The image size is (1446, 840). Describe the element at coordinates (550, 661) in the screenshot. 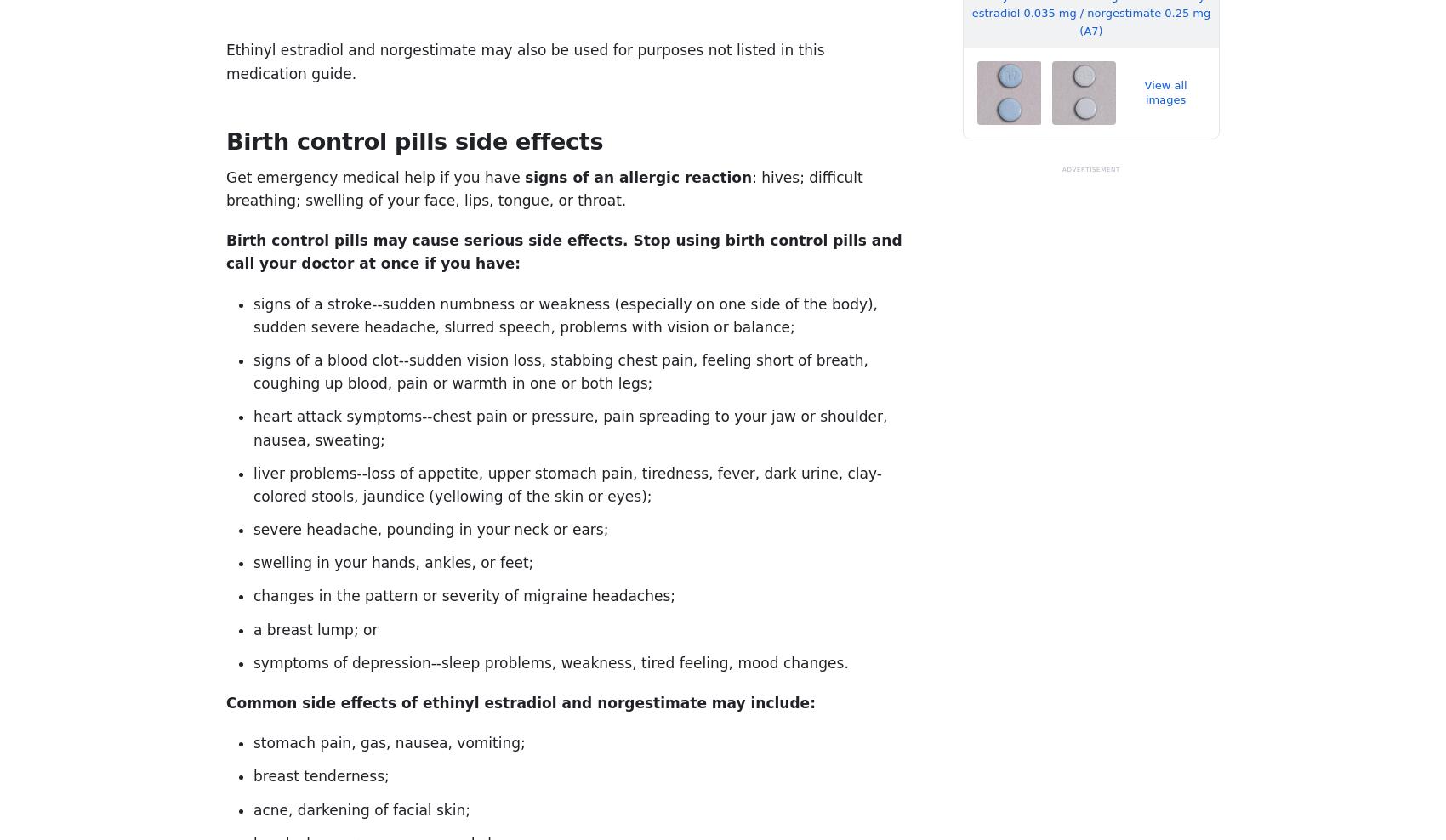

I see `'symptoms of depression--sleep problems, weakness, tired feeling, mood changes.'` at that location.